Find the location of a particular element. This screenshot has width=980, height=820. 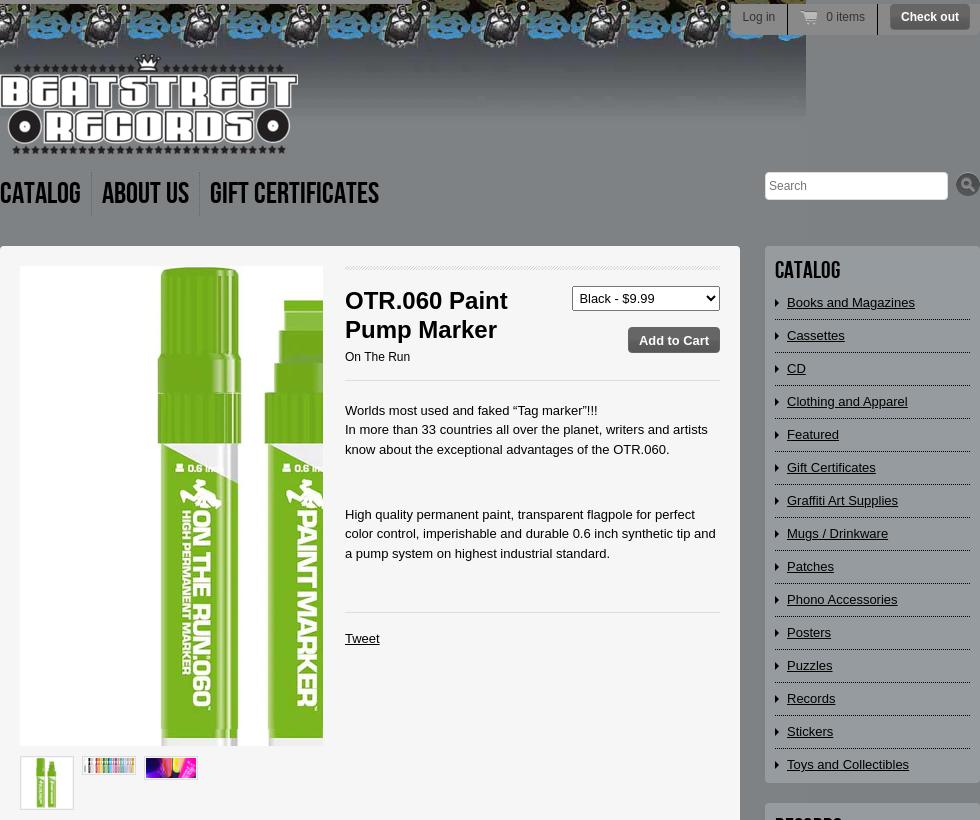

'Toys and Collectibles' is located at coordinates (847, 763).